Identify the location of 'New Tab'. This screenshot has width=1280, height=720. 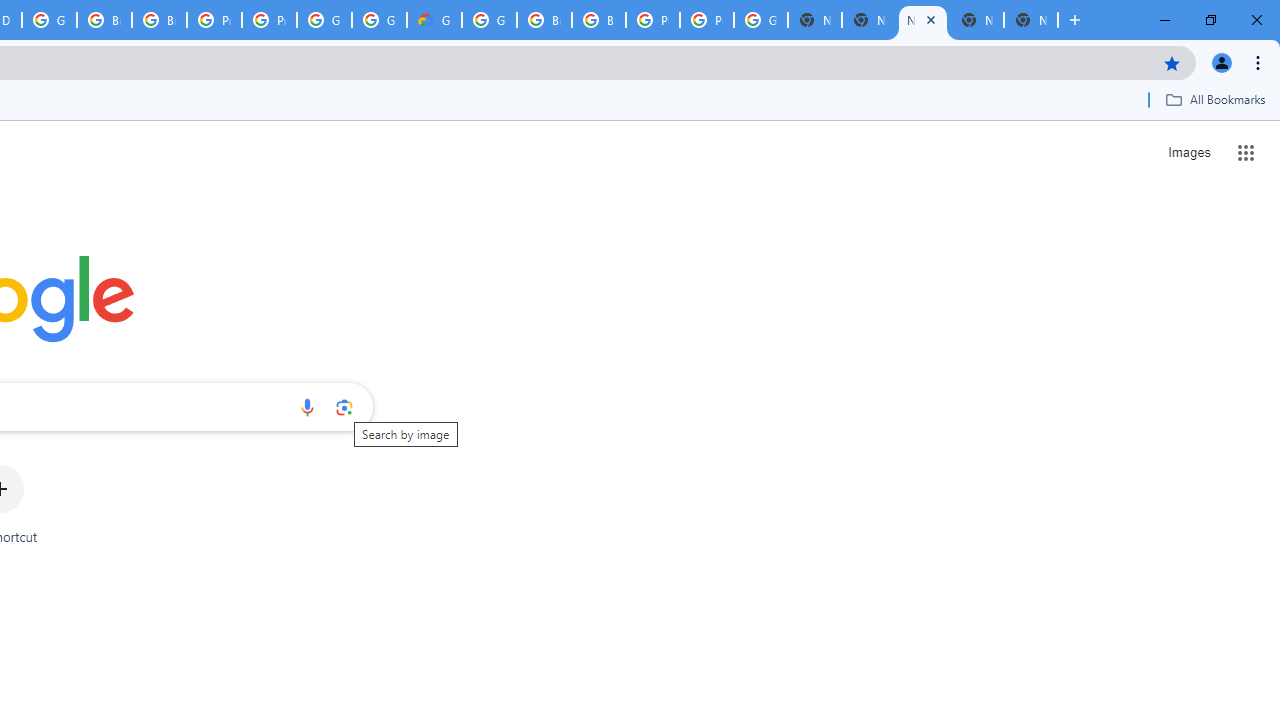
(1031, 20).